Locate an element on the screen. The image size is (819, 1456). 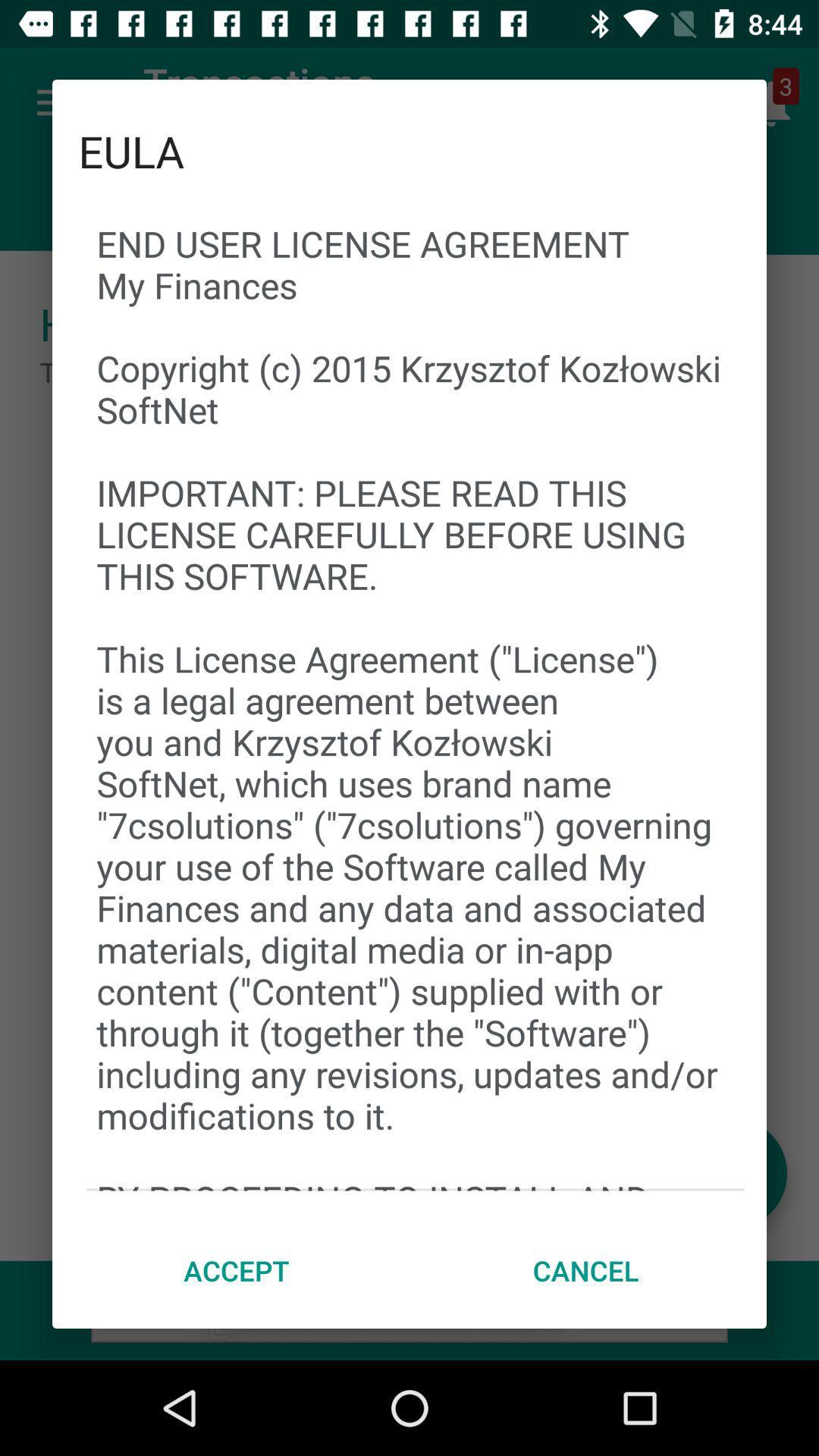
icon at the bottom right corner is located at coordinates (585, 1270).